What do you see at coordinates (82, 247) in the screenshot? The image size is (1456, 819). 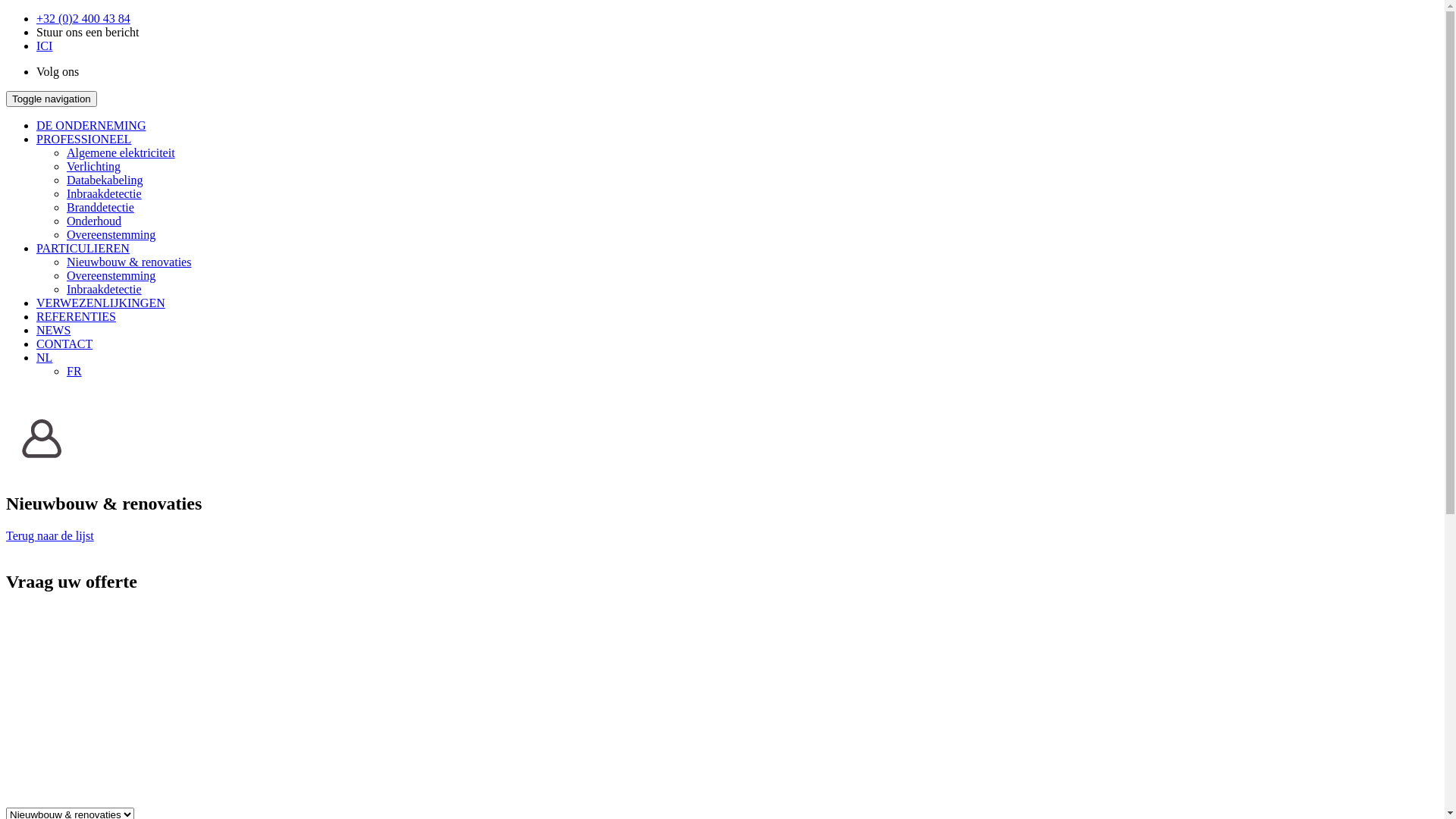 I see `'PARTICULIEREN'` at bounding box center [82, 247].